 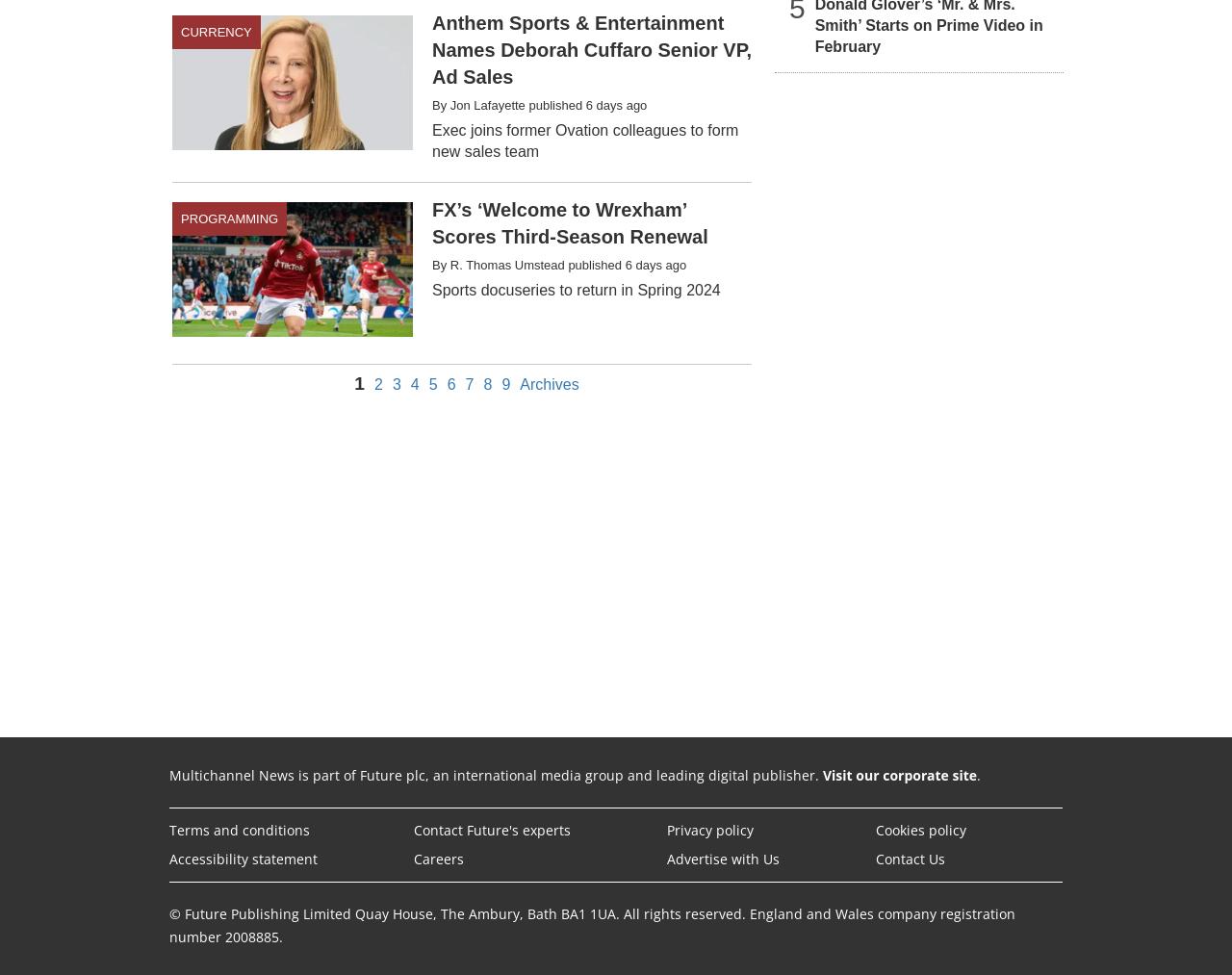 I want to click on '©
Future Publishing Limited Quay House, The Ambury,
Bath
BA1 1UA. All rights reserved. England and Wales company registration number 2008885.', so click(x=591, y=924).